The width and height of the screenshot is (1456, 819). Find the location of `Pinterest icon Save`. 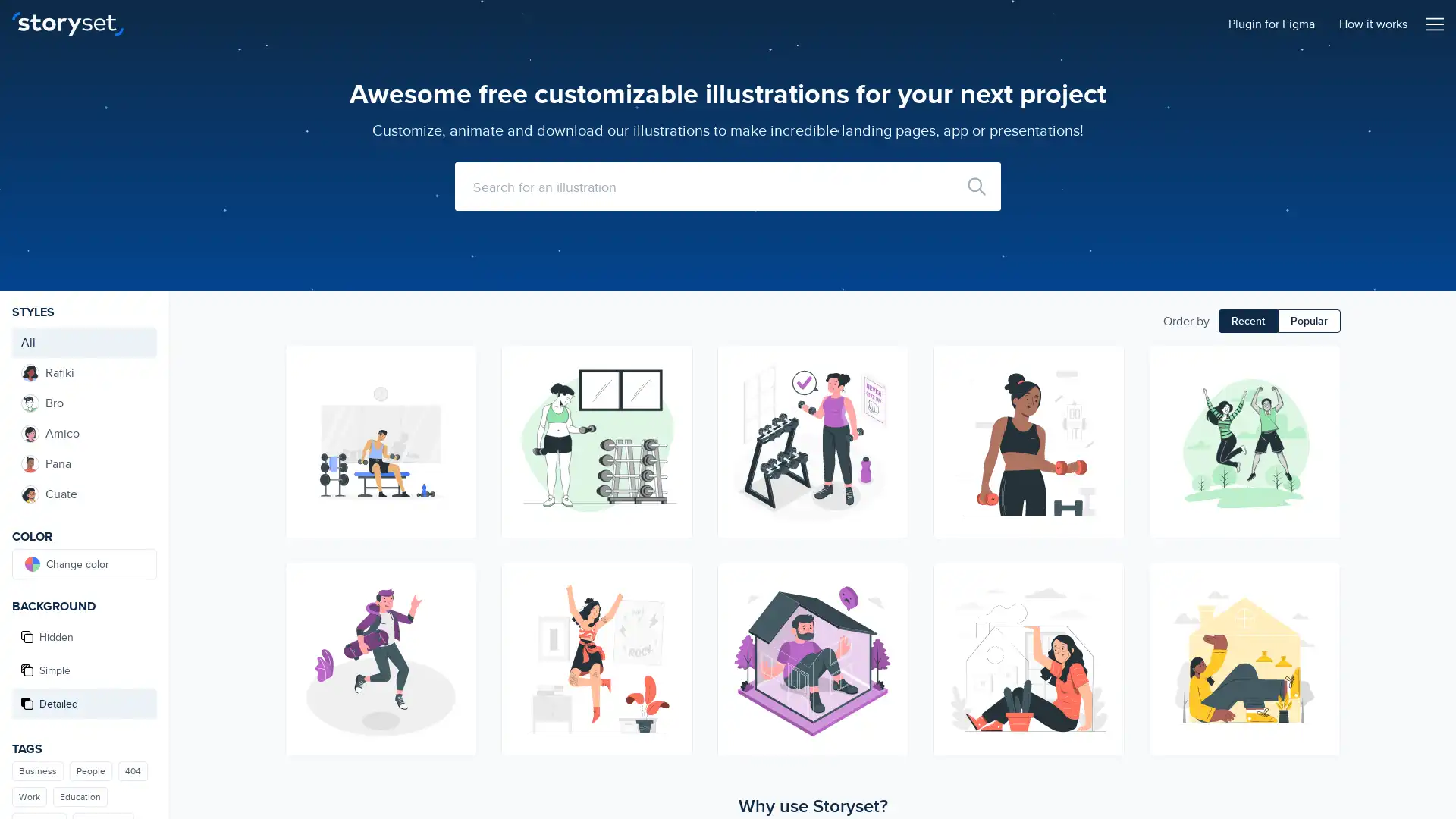

Pinterest icon Save is located at coordinates (889, 418).